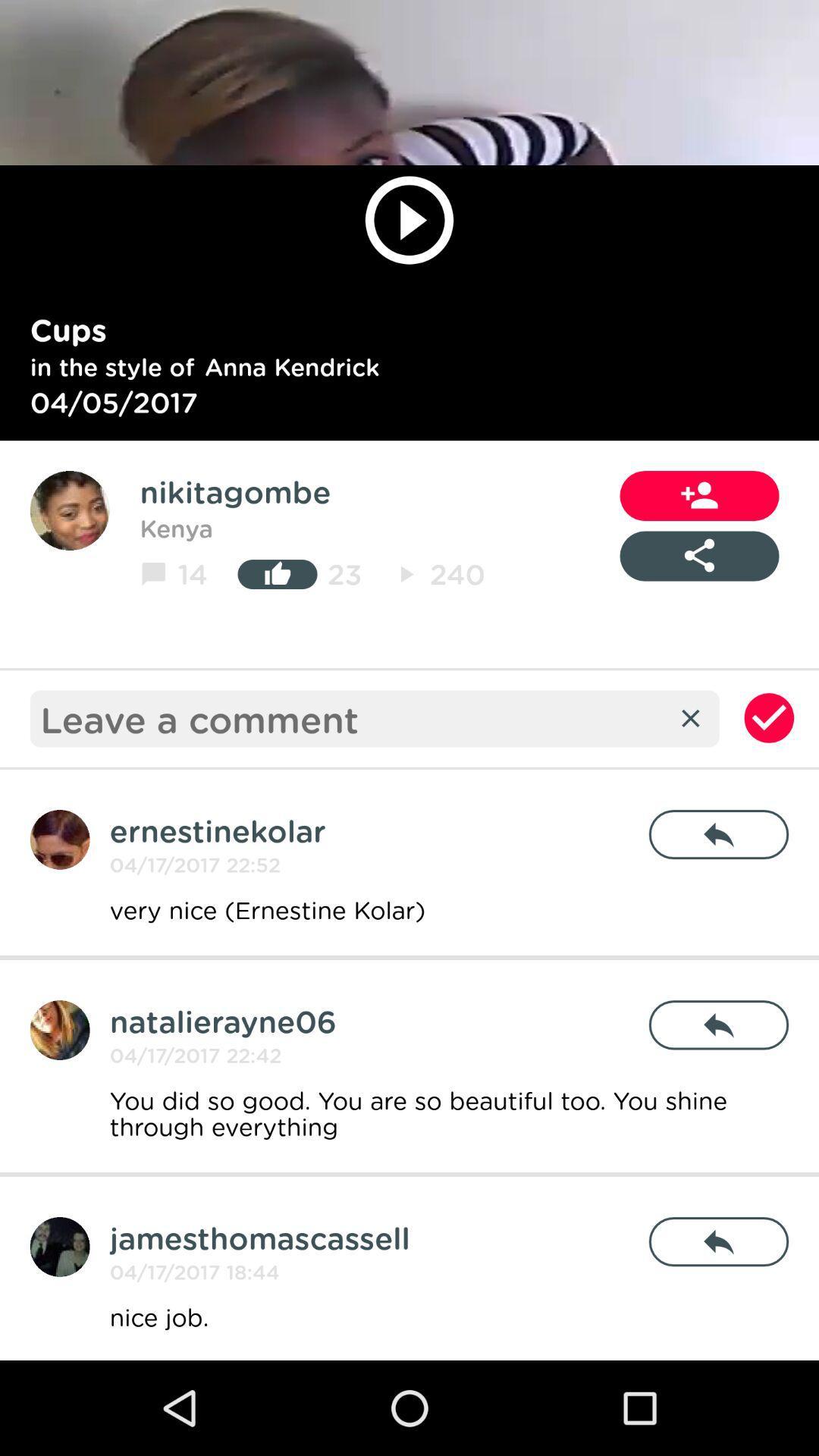 The image size is (819, 1456). I want to click on the icon to the right of the natalierayne06, so click(718, 1025).